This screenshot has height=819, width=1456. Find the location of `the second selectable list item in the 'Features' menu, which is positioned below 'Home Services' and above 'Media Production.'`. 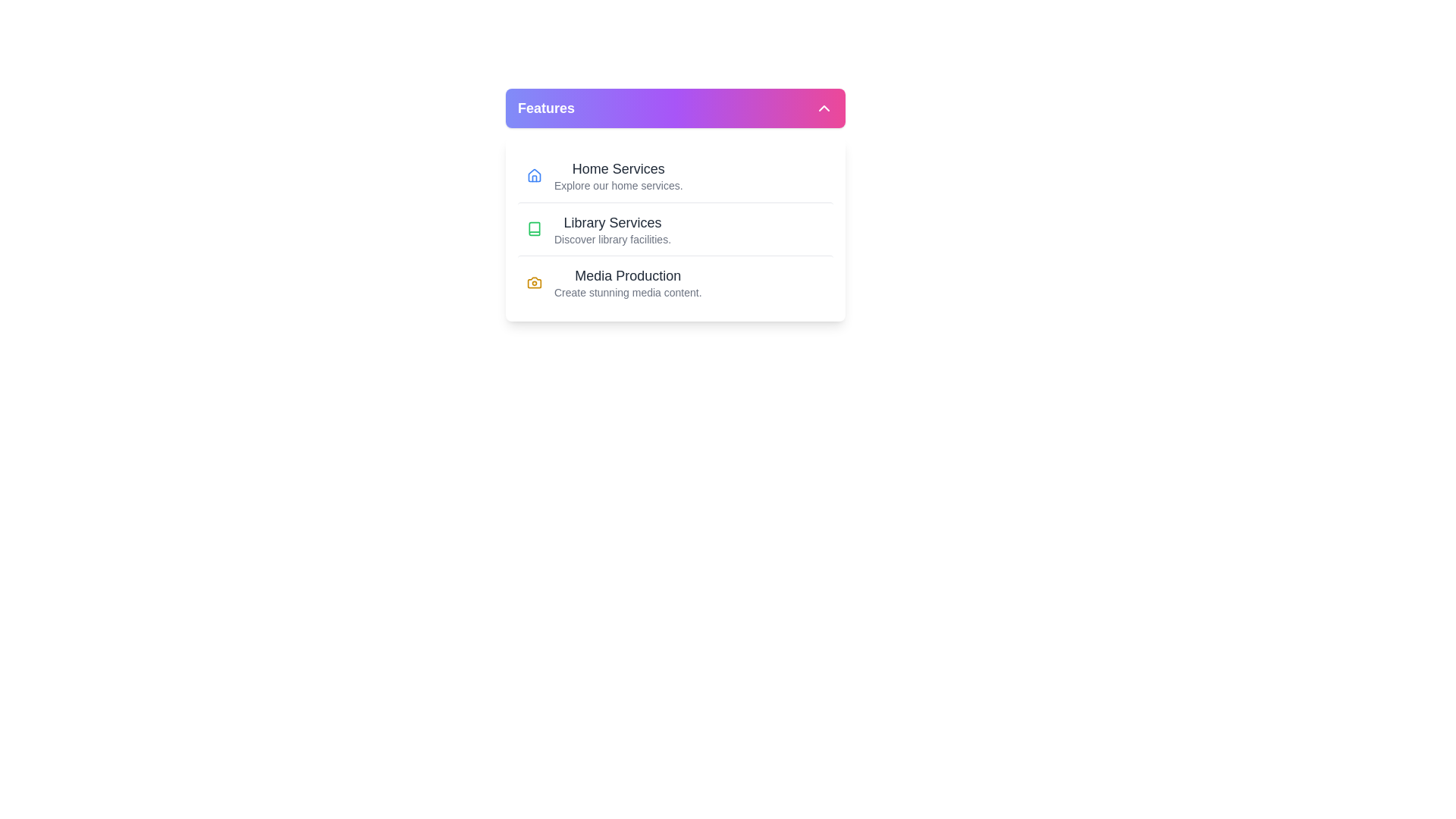

the second selectable list item in the 'Features' menu, which is positioned below 'Home Services' and above 'Media Production.' is located at coordinates (675, 228).